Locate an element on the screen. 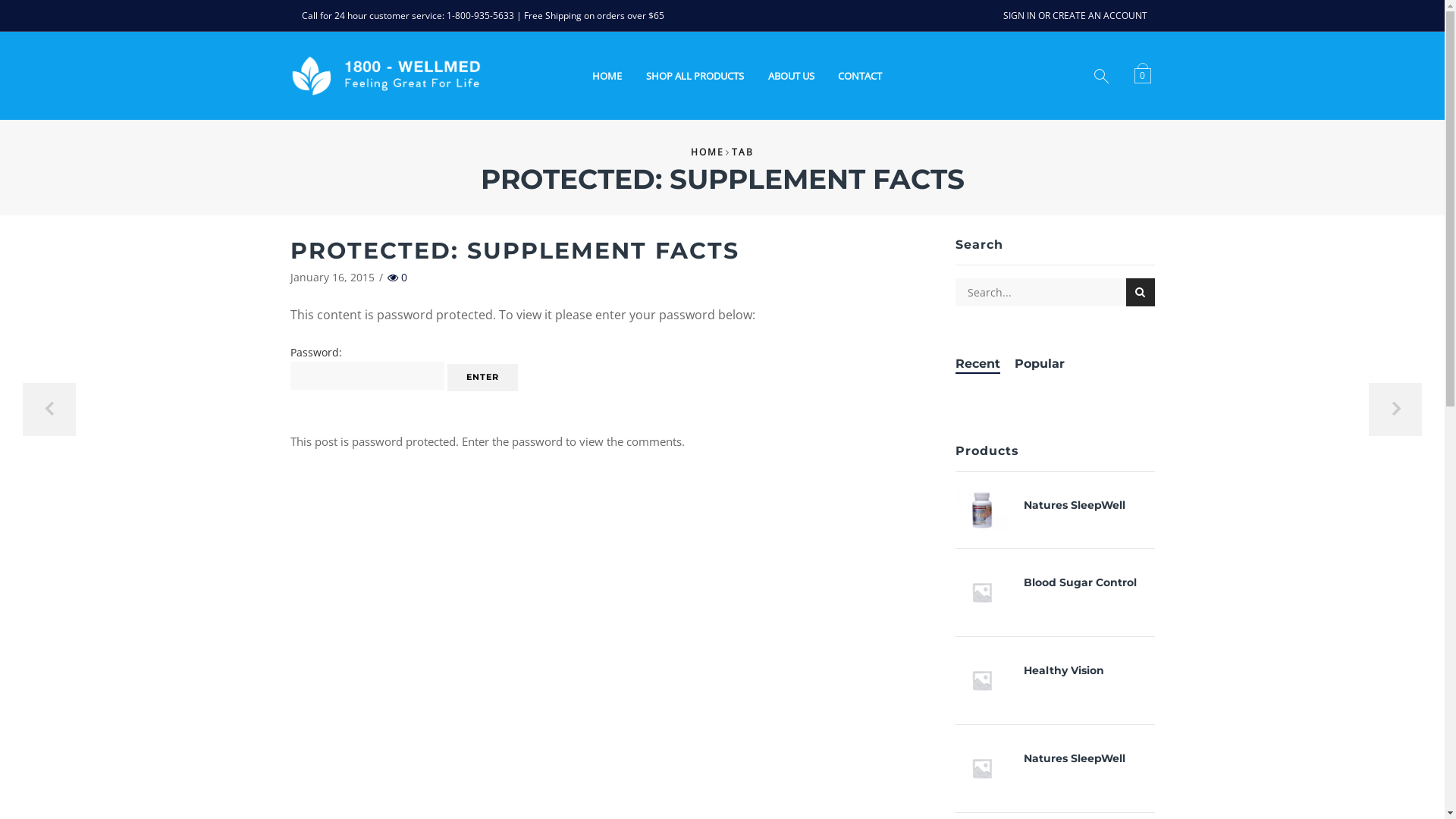  '0' is located at coordinates (1144, 74).